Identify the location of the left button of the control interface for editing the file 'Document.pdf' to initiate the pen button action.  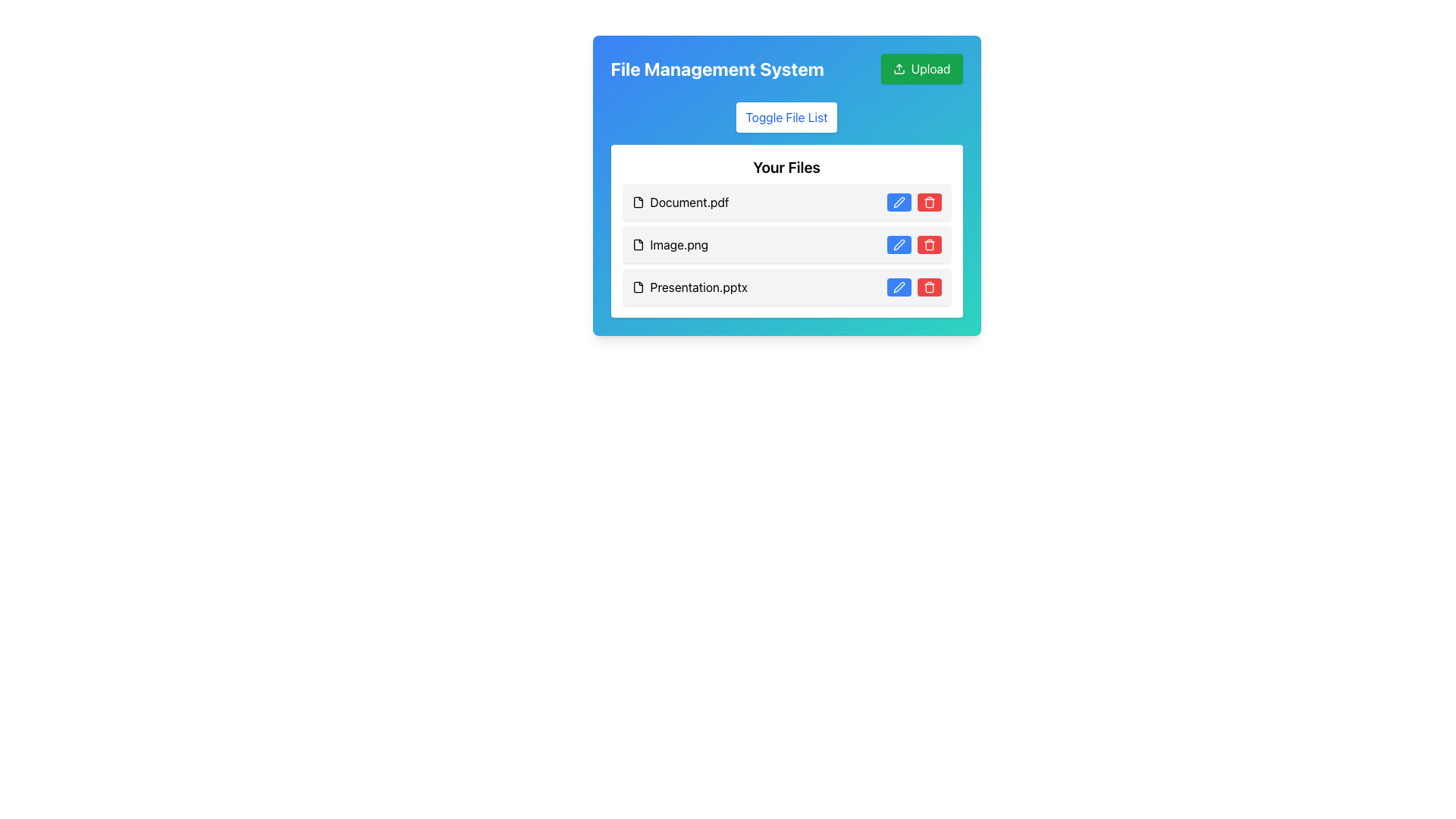
(913, 201).